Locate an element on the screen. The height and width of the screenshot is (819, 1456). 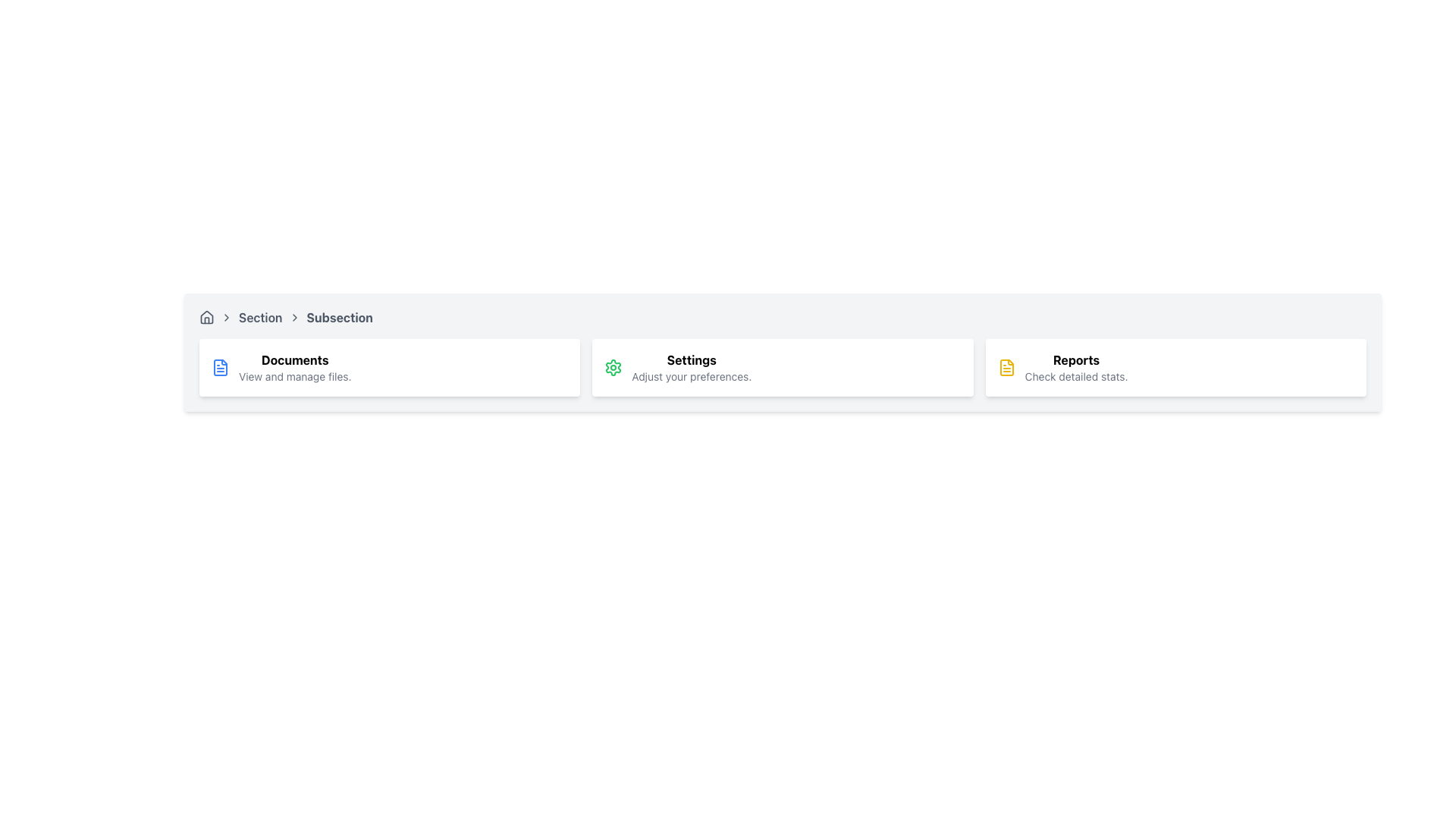
the text label located in the rightmost card below the yellow document icon is located at coordinates (1075, 368).